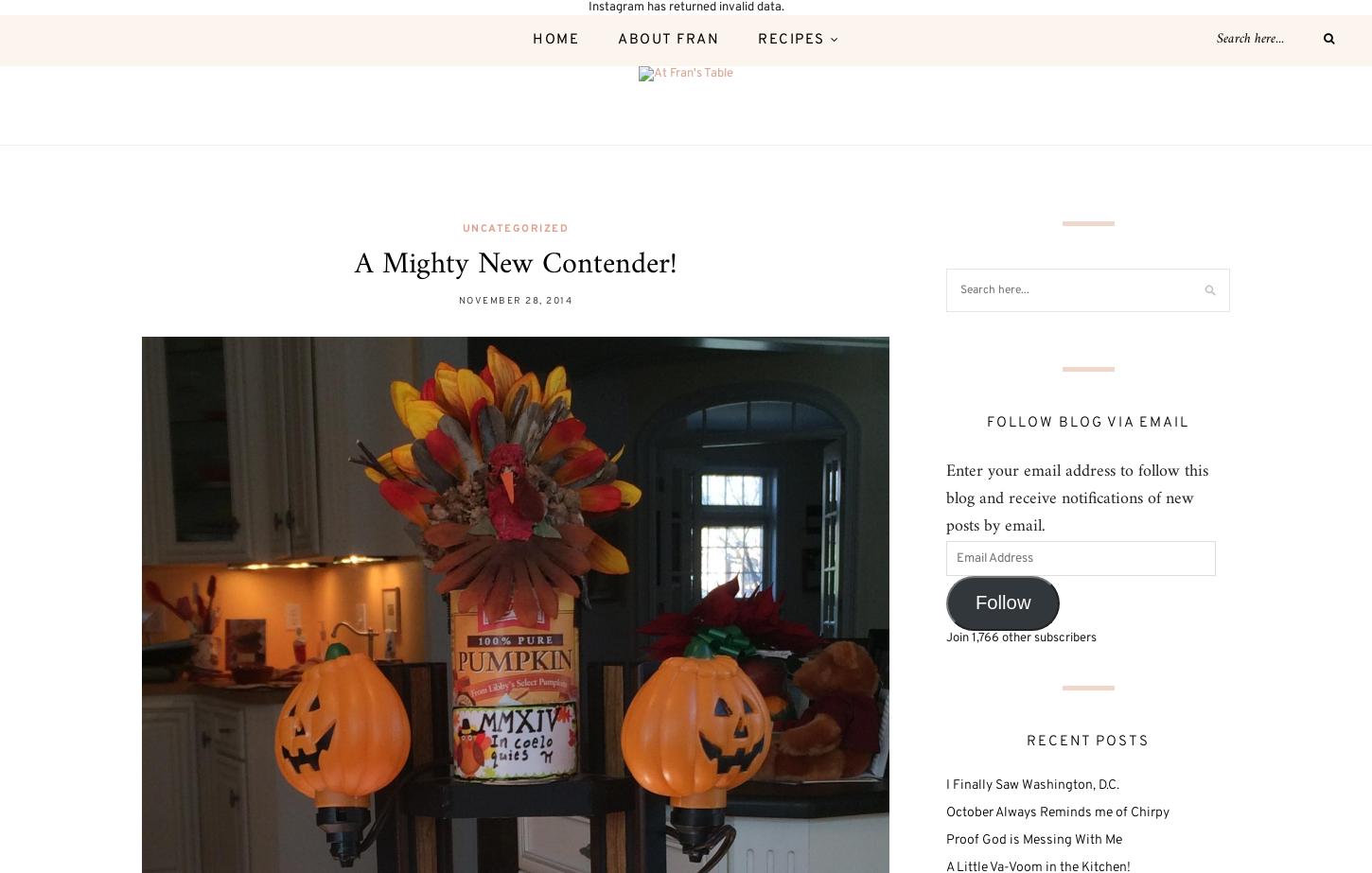  I want to click on 'Uncategorized', so click(515, 227).